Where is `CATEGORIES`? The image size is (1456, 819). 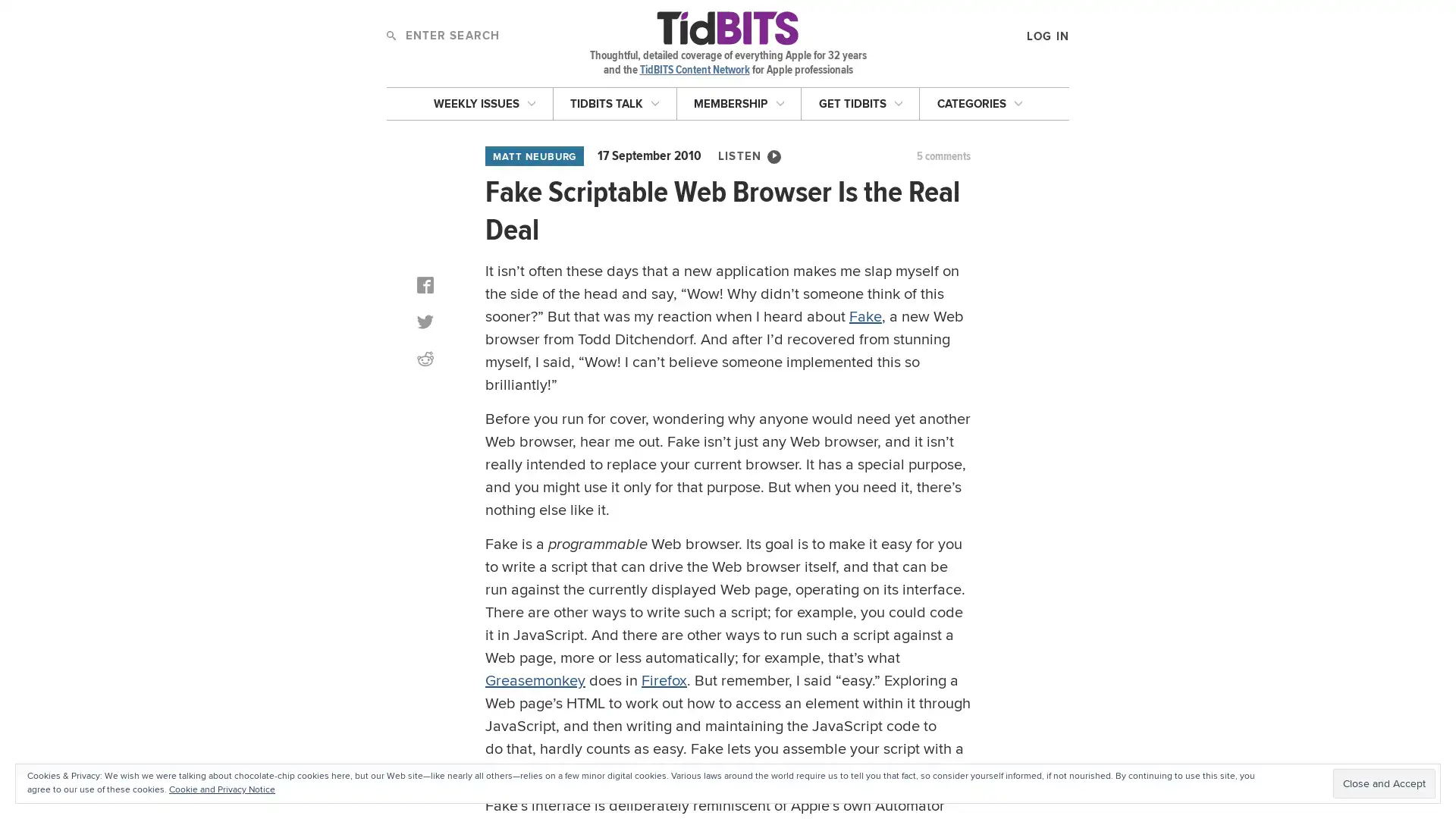
CATEGORIES is located at coordinates (979, 102).